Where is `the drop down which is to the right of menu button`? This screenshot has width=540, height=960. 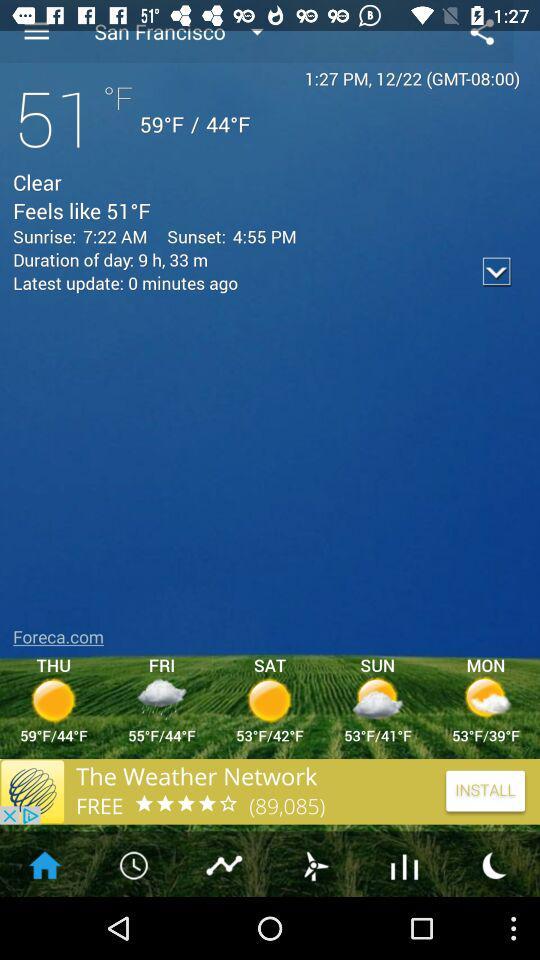
the drop down which is to the right of menu button is located at coordinates (192, 30).